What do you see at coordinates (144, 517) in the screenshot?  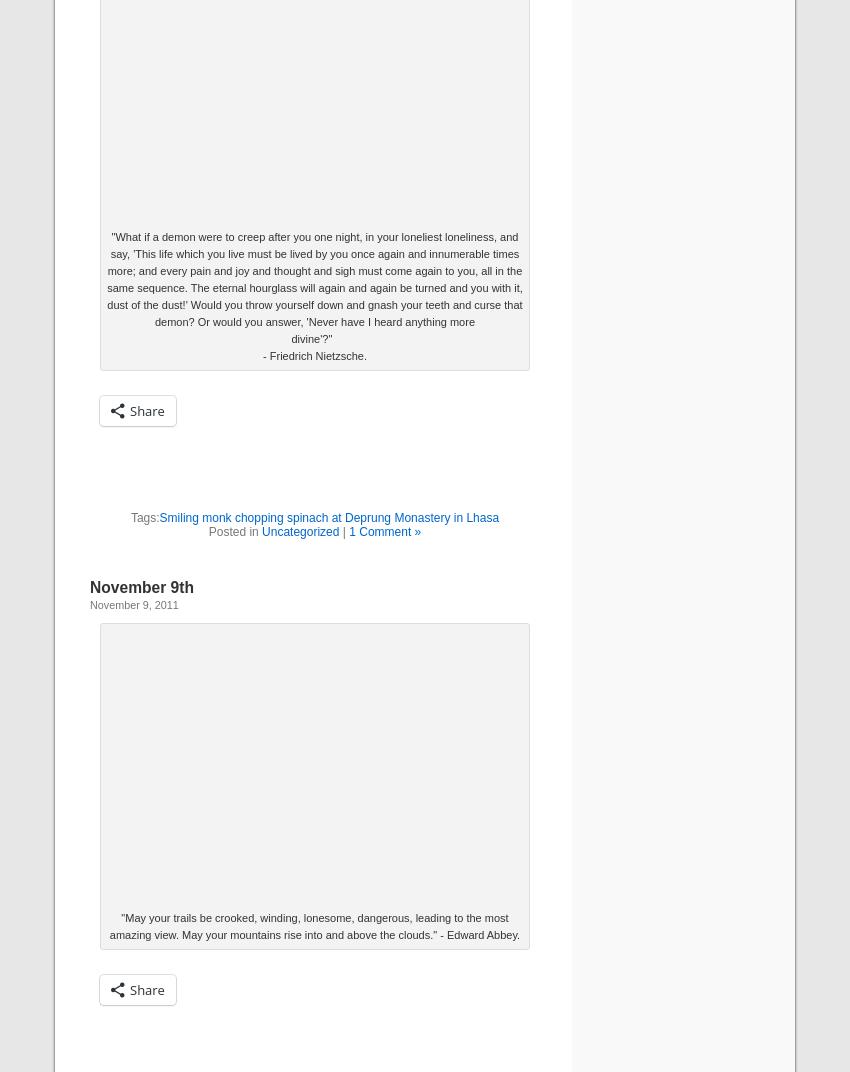 I see `'Tags:'` at bounding box center [144, 517].